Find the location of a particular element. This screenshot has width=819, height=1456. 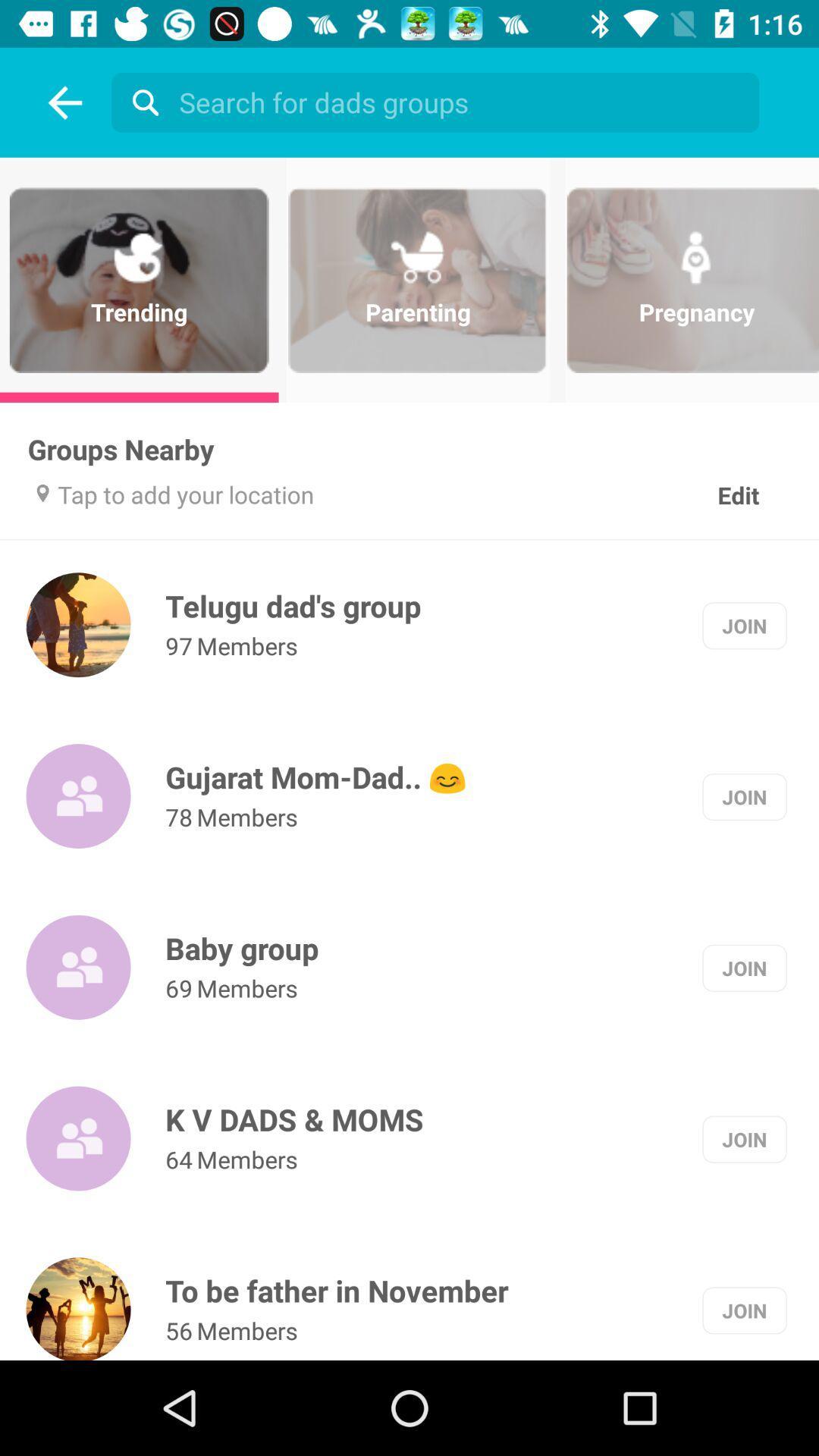

the 69 is located at coordinates (178, 988).